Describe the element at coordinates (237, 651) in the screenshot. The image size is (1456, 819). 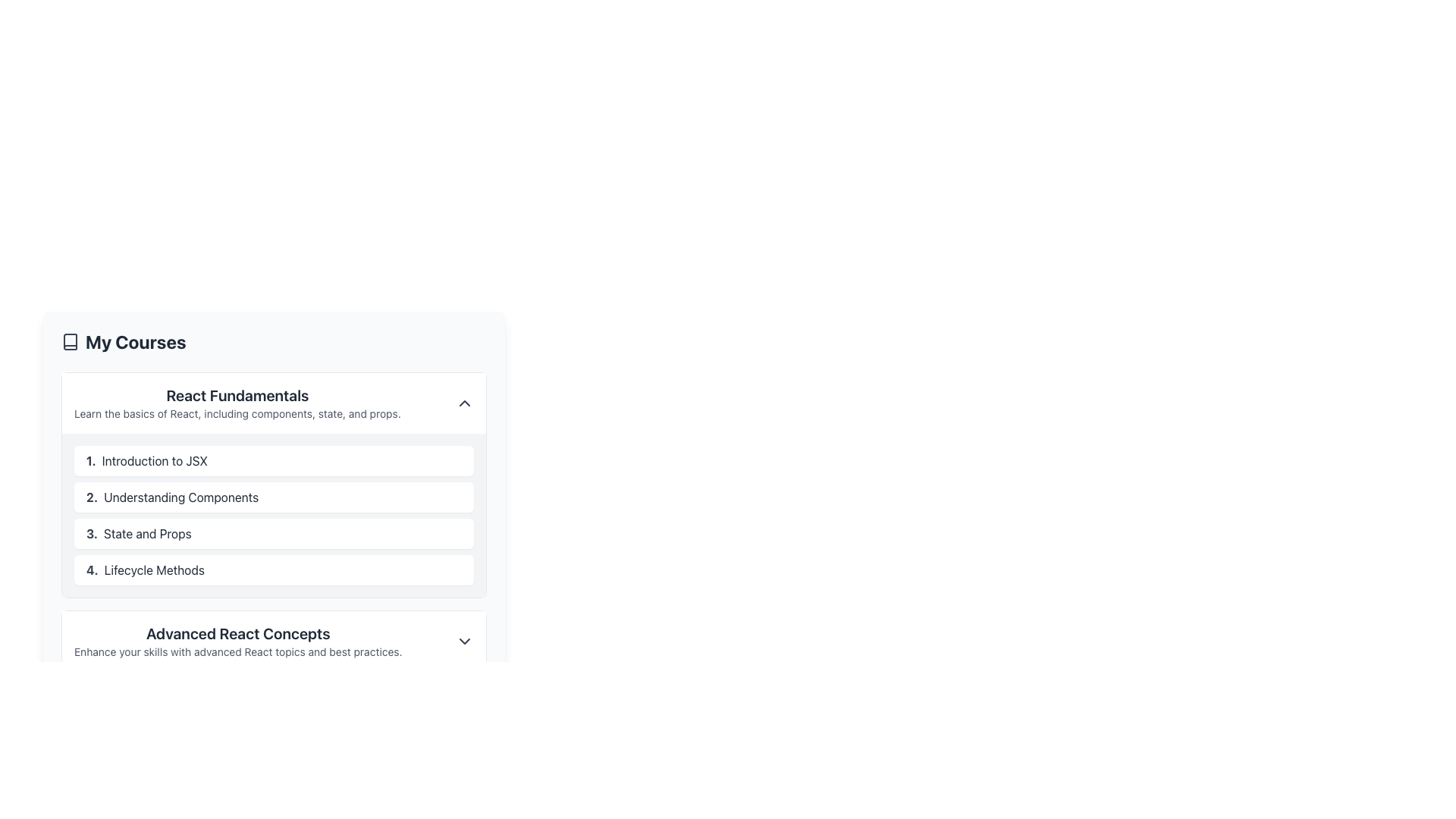
I see `text snippet styled in a smaller font size with a subtle gray color located below the heading 'Advanced React Concepts' in the course details section` at that location.